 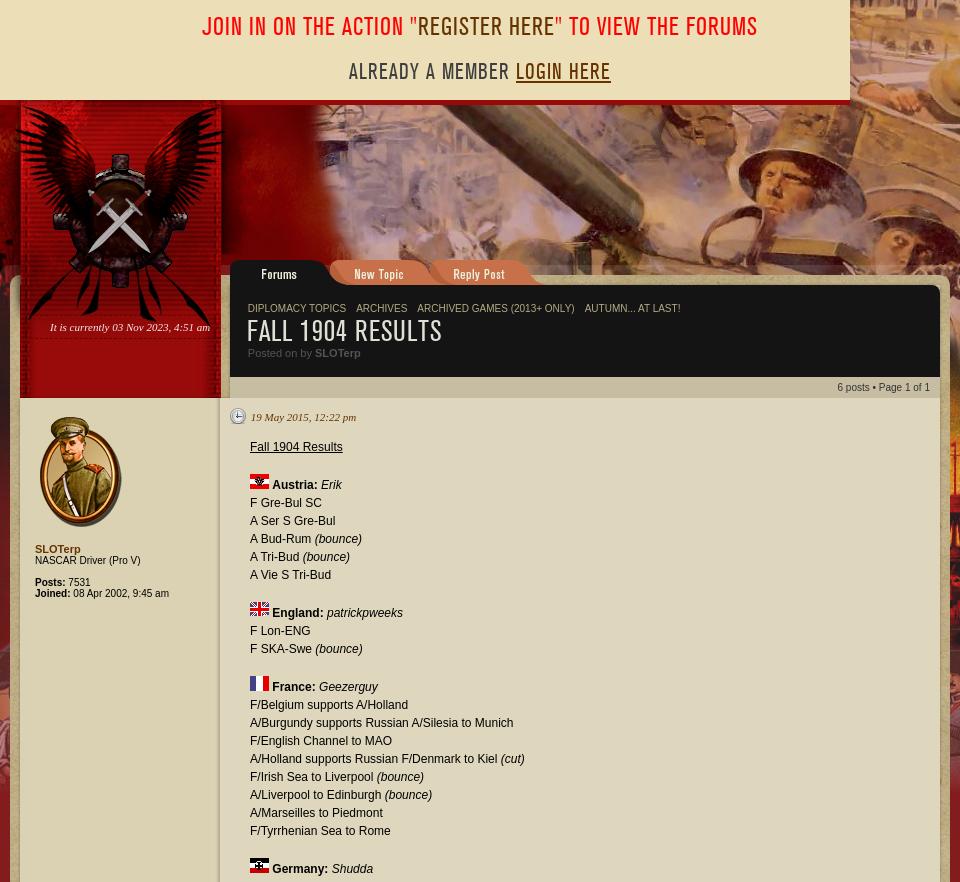 What do you see at coordinates (432, 71) in the screenshot?
I see `'Already a Member'` at bounding box center [432, 71].